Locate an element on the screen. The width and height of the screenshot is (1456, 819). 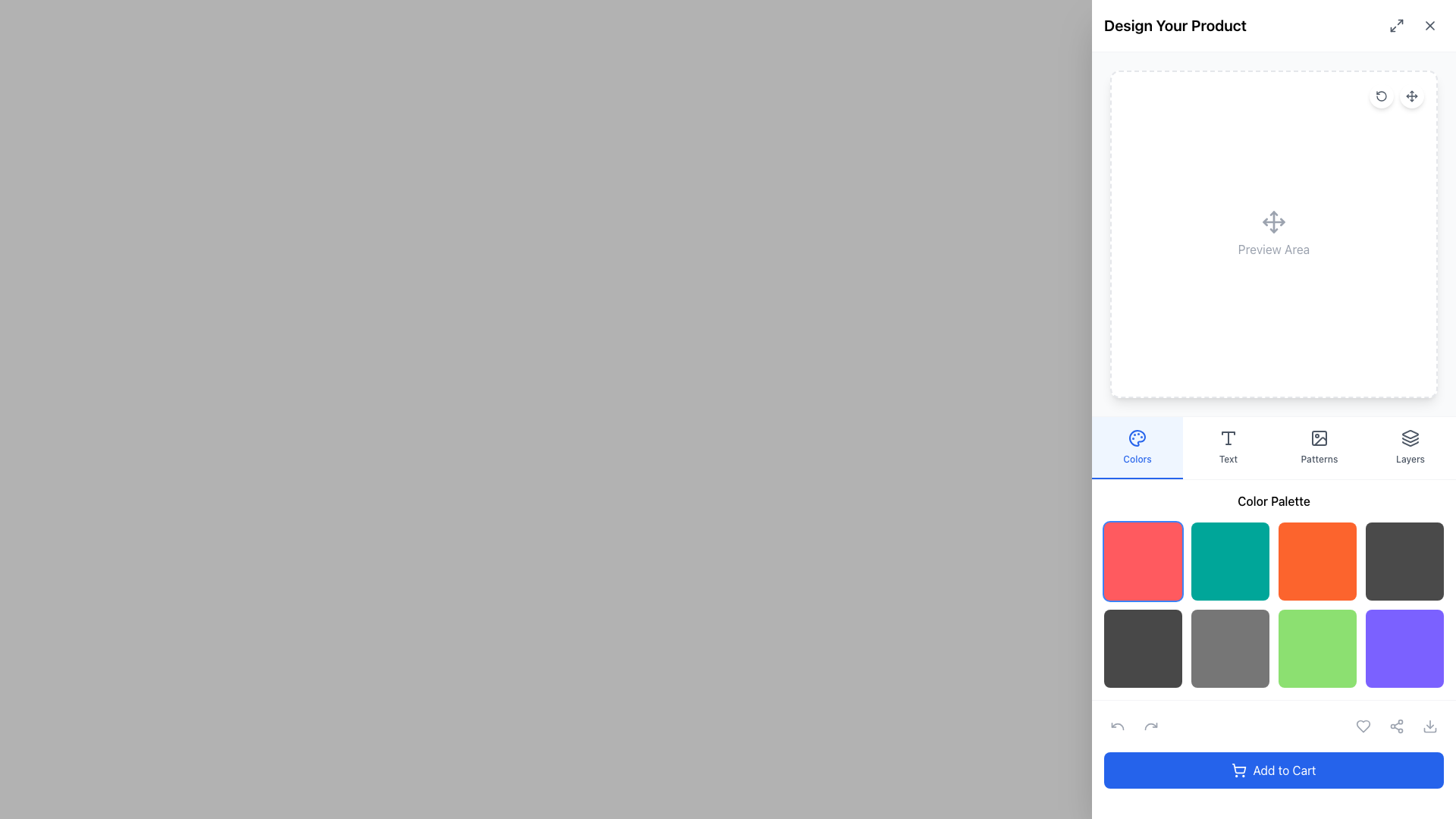
the close button located at the top-right corner of the main interface is located at coordinates (1429, 26).